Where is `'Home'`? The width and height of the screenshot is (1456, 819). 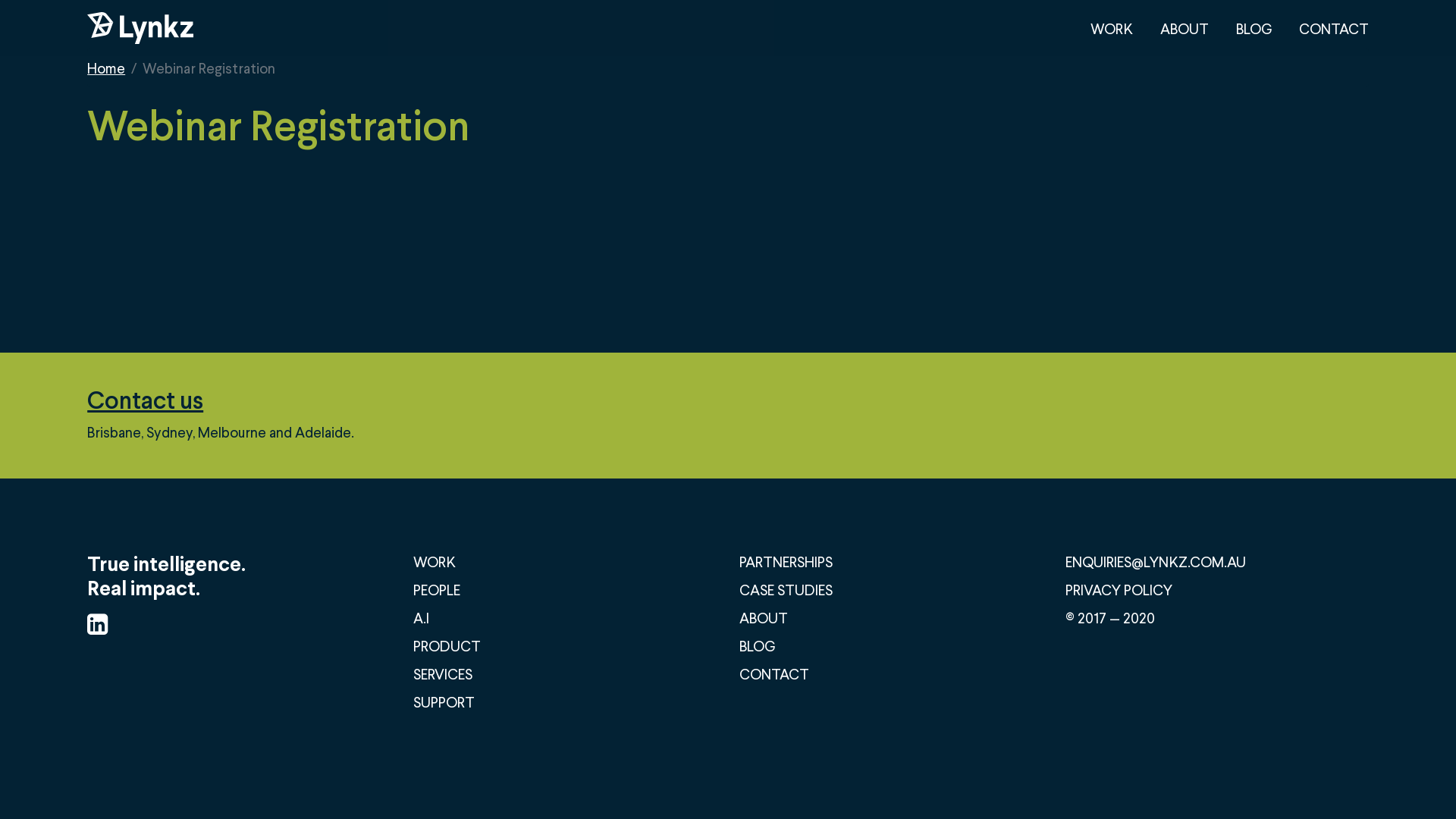
'Home' is located at coordinates (105, 67).